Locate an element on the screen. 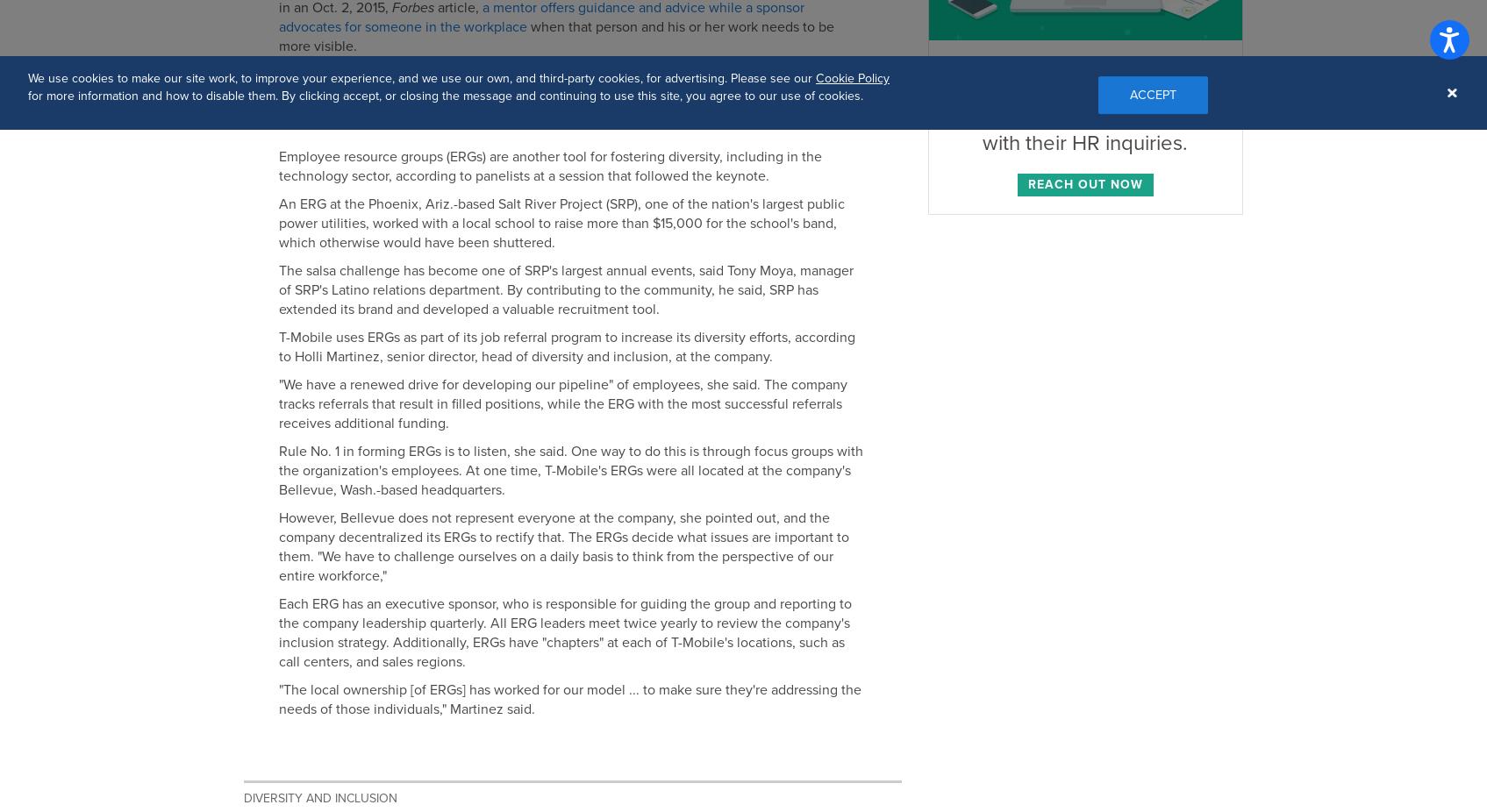 This screenshot has width=1487, height=812. 'Each ERG has an executive sponsor, who is responsible for guiding the group and reporting to the company leadership quarterly. All ERG leaders meet twice yearly to review the company's inclusion strategy. Additionally, ERGs have "chapters" at each of T-Mobile's locations, such as call centers, and sales regions.' is located at coordinates (563, 633).